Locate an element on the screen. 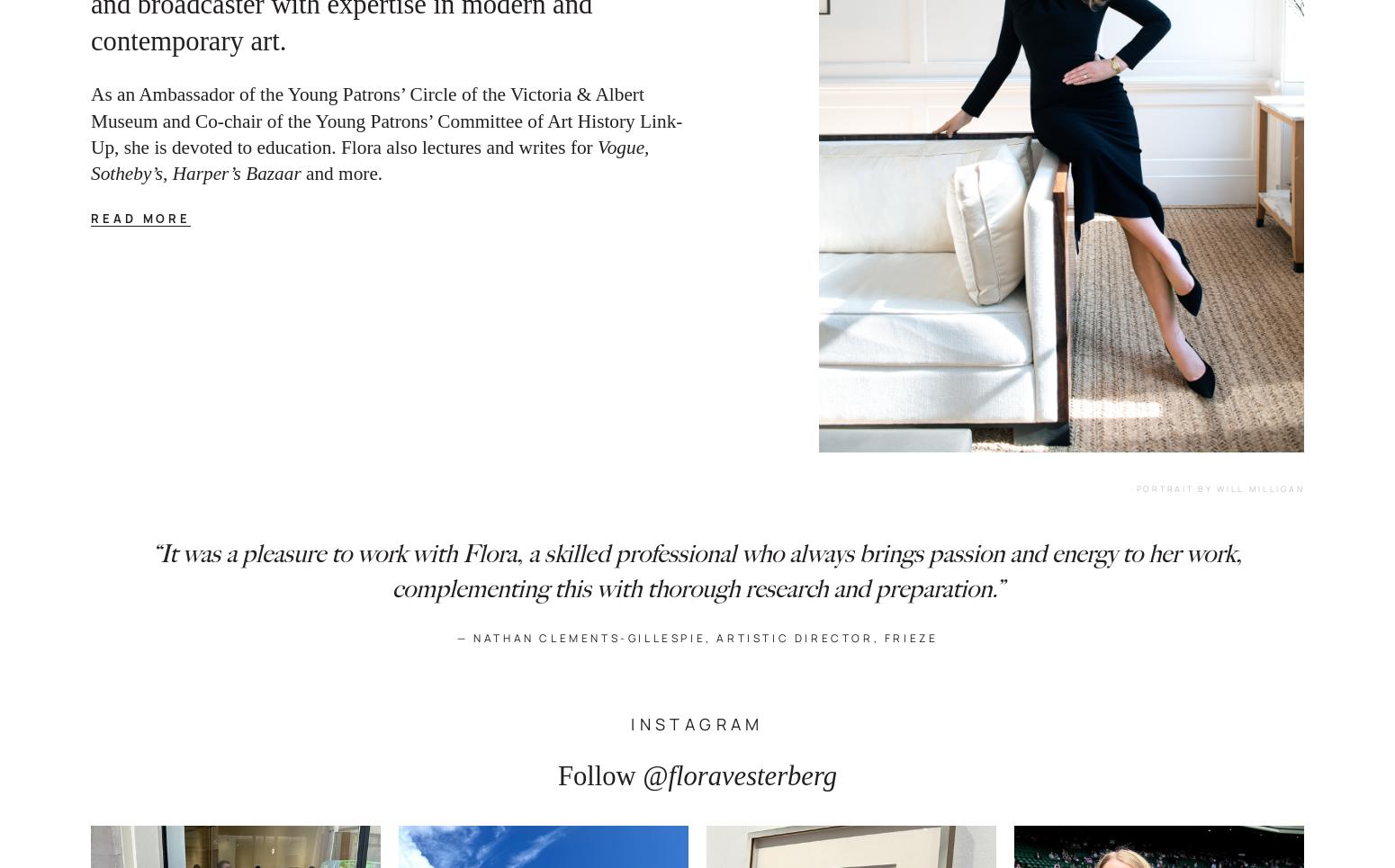  'INSTAGRAM' is located at coordinates (697, 723).